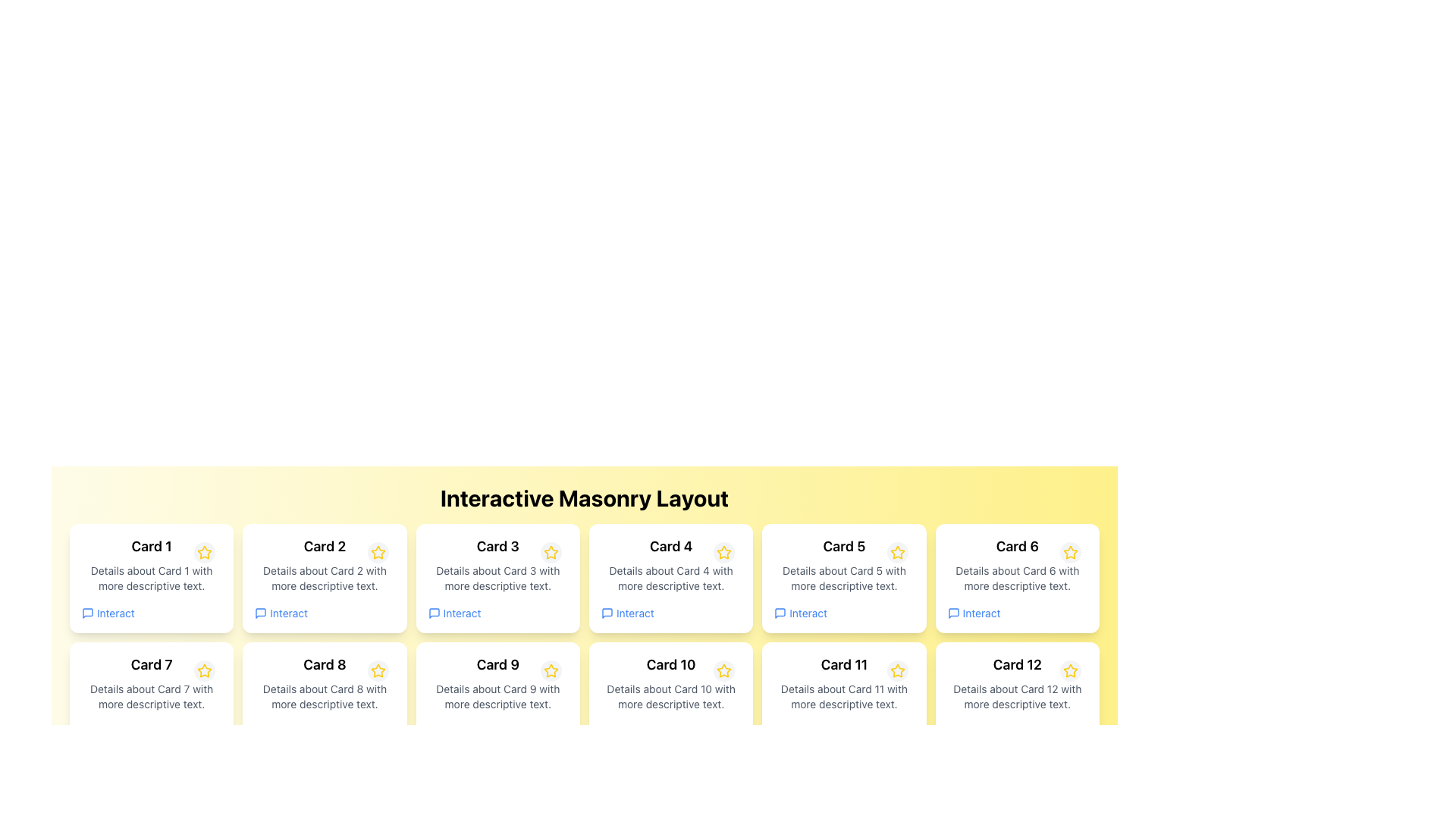  I want to click on the title heading of 'Card 7', which is located in the bottom row of the card grid layout, to interact with it, even though it is not interactive, so click(152, 664).